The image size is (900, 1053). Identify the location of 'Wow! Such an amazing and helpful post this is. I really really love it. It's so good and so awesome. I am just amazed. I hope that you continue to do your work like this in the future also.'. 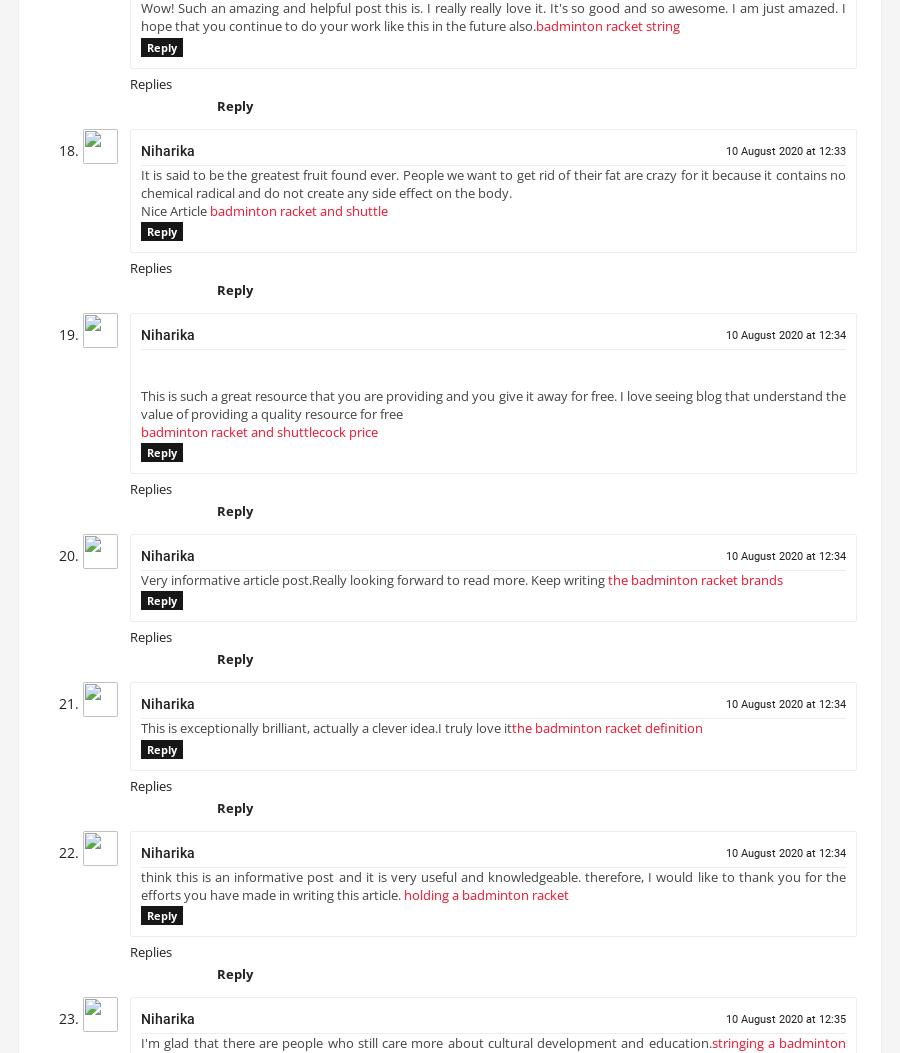
(492, 24).